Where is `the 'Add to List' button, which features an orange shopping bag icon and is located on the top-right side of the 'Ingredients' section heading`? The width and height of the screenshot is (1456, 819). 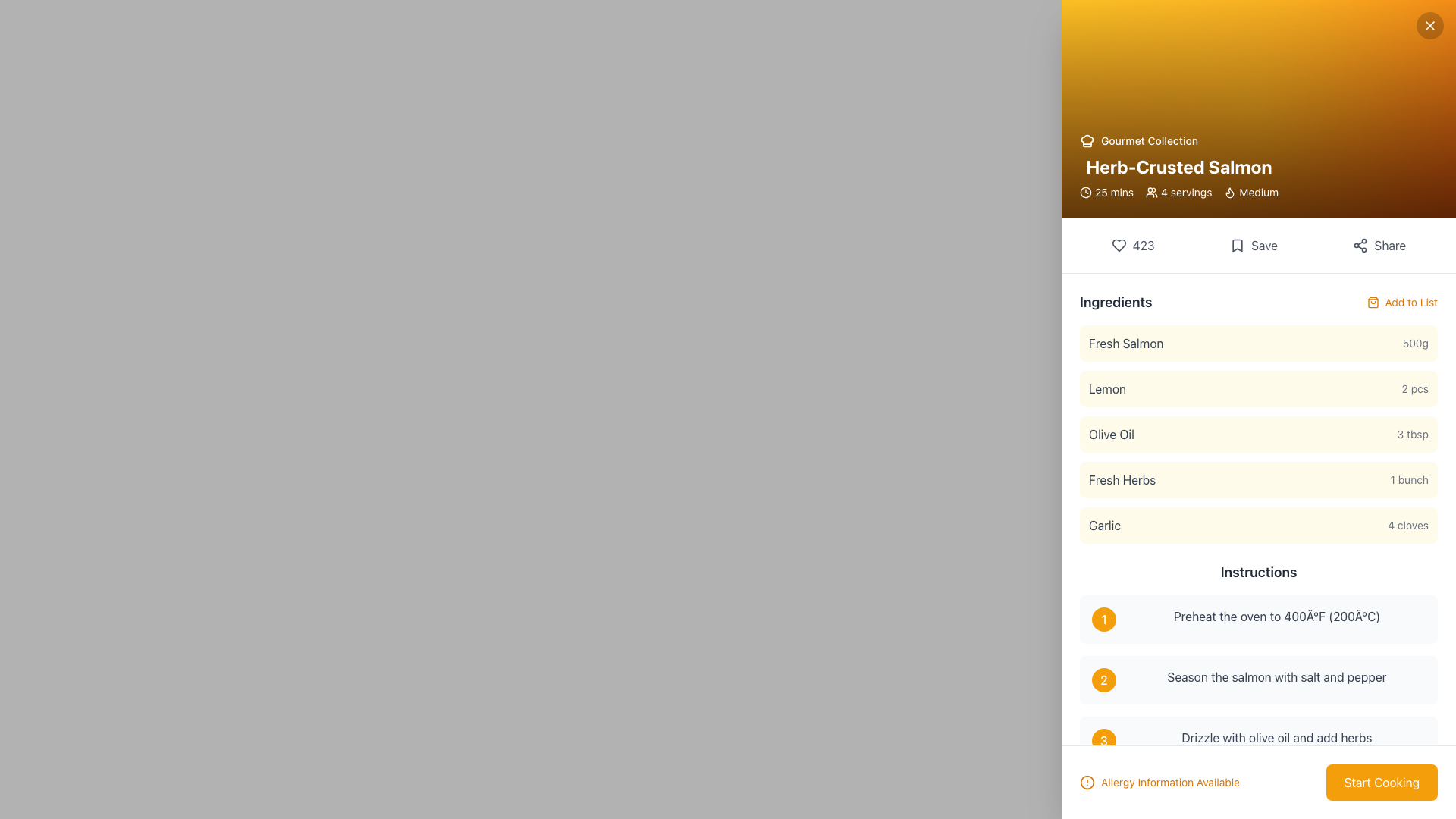 the 'Add to List' button, which features an orange shopping bag icon and is located on the top-right side of the 'Ingredients' section heading is located at coordinates (1401, 302).